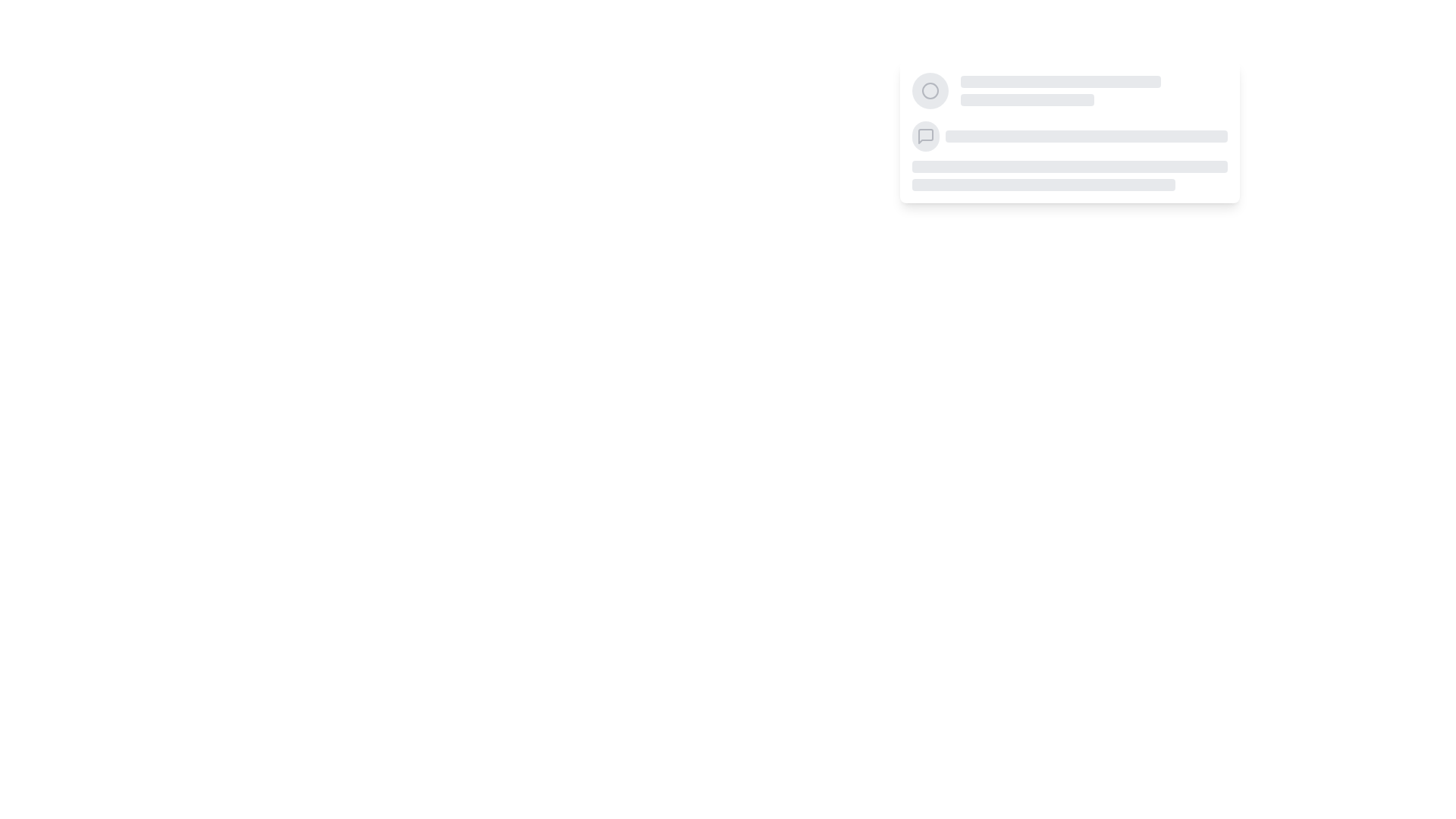  Describe the element at coordinates (924, 136) in the screenshot. I see `the speech bubble icon located in the upper-right portion of the card-like interface` at that location.